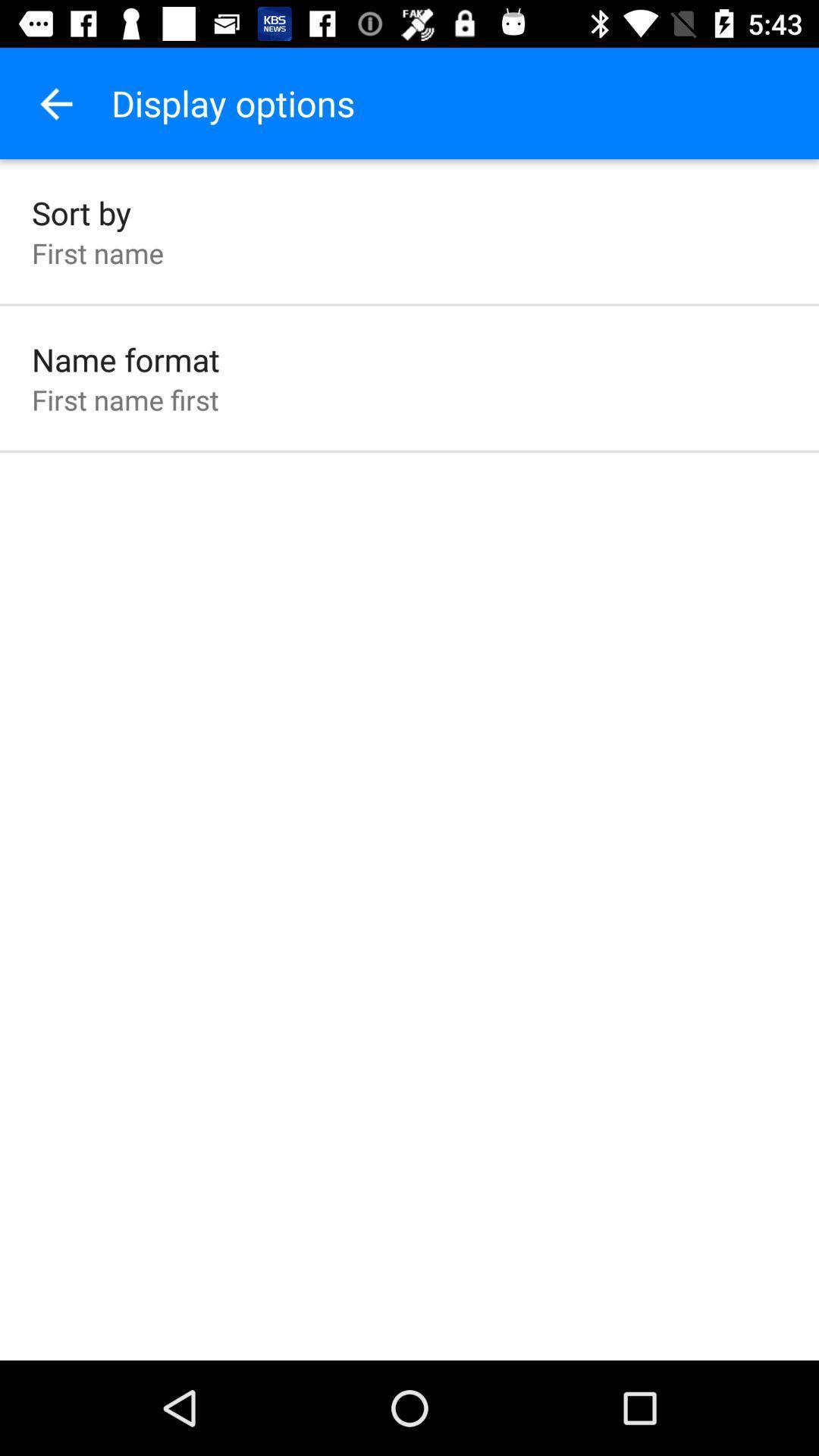 Image resolution: width=819 pixels, height=1456 pixels. Describe the element at coordinates (55, 102) in the screenshot. I see `item to the left of the display options item` at that location.